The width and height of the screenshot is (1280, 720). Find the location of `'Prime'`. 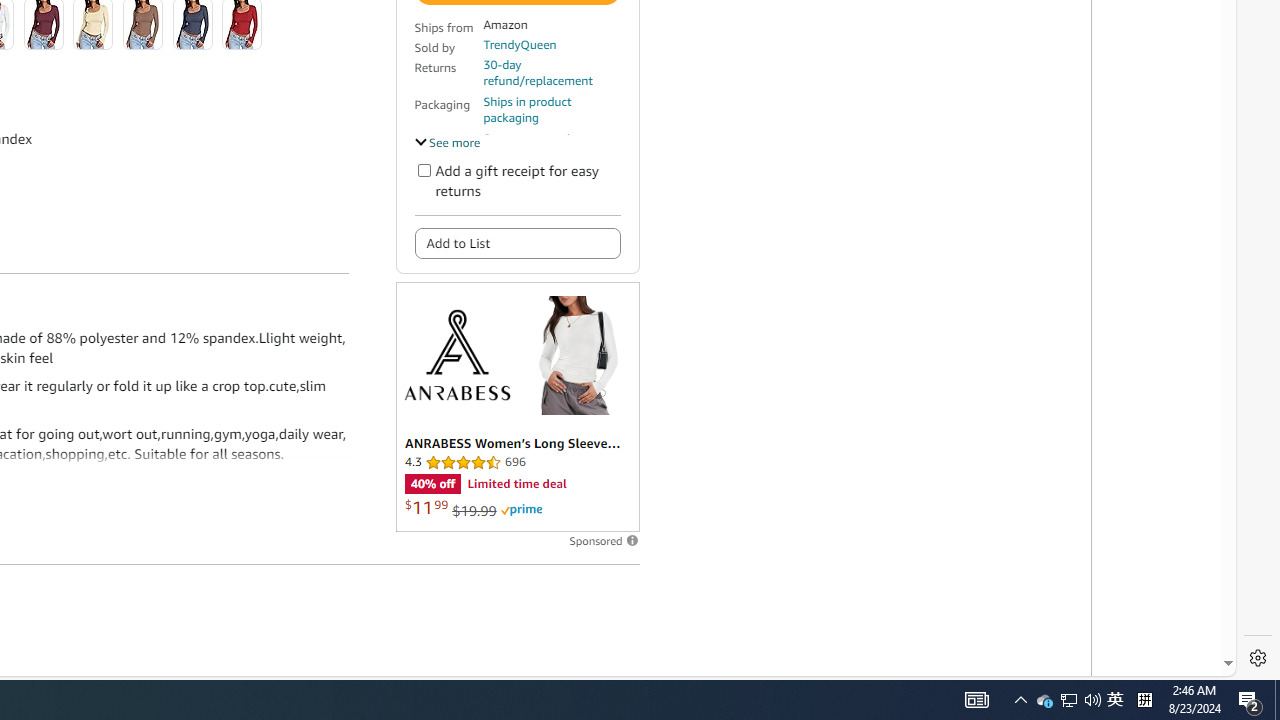

'Prime' is located at coordinates (521, 509).